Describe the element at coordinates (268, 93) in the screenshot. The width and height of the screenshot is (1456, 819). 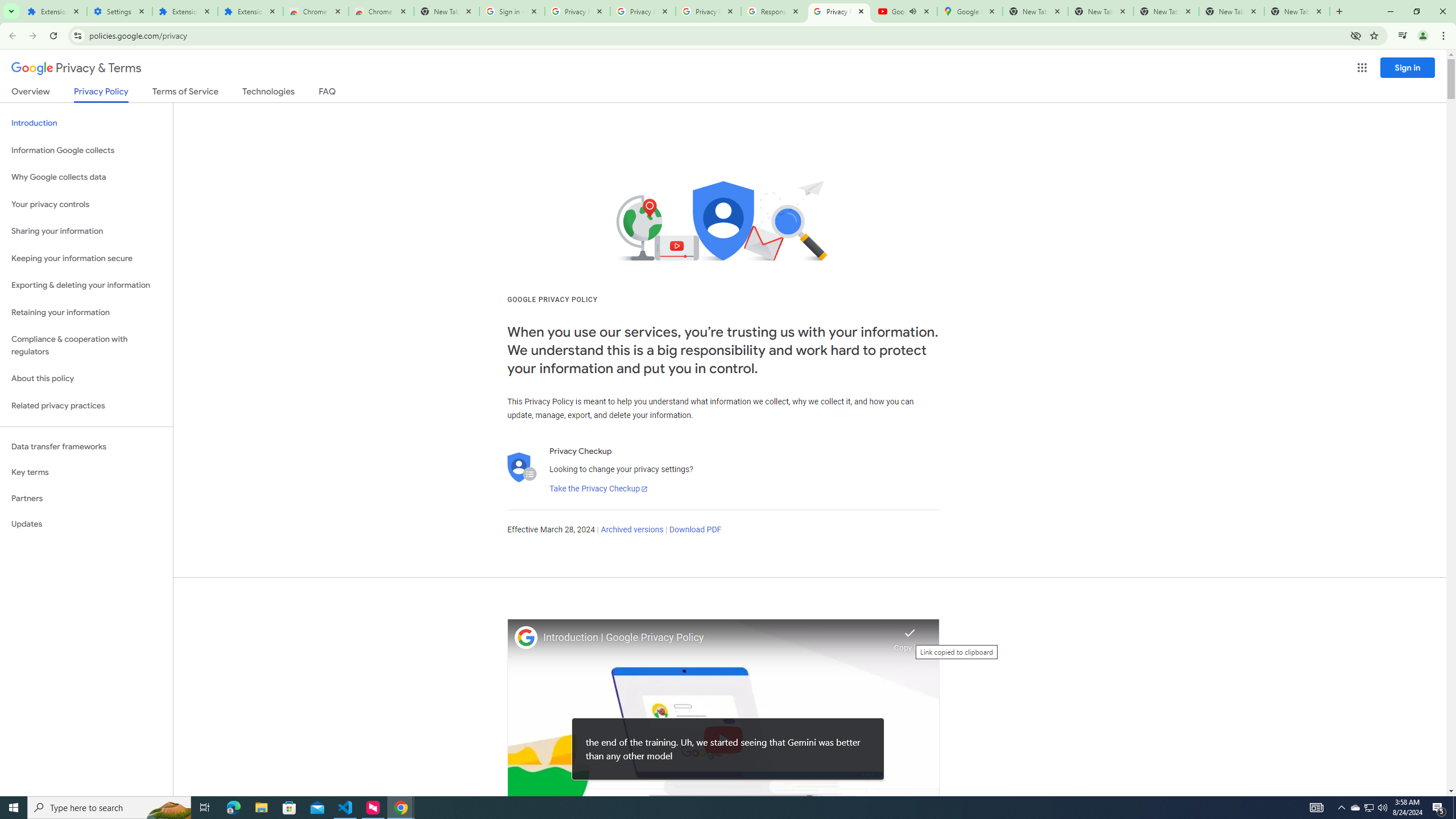
I see `'Technologies'` at that location.